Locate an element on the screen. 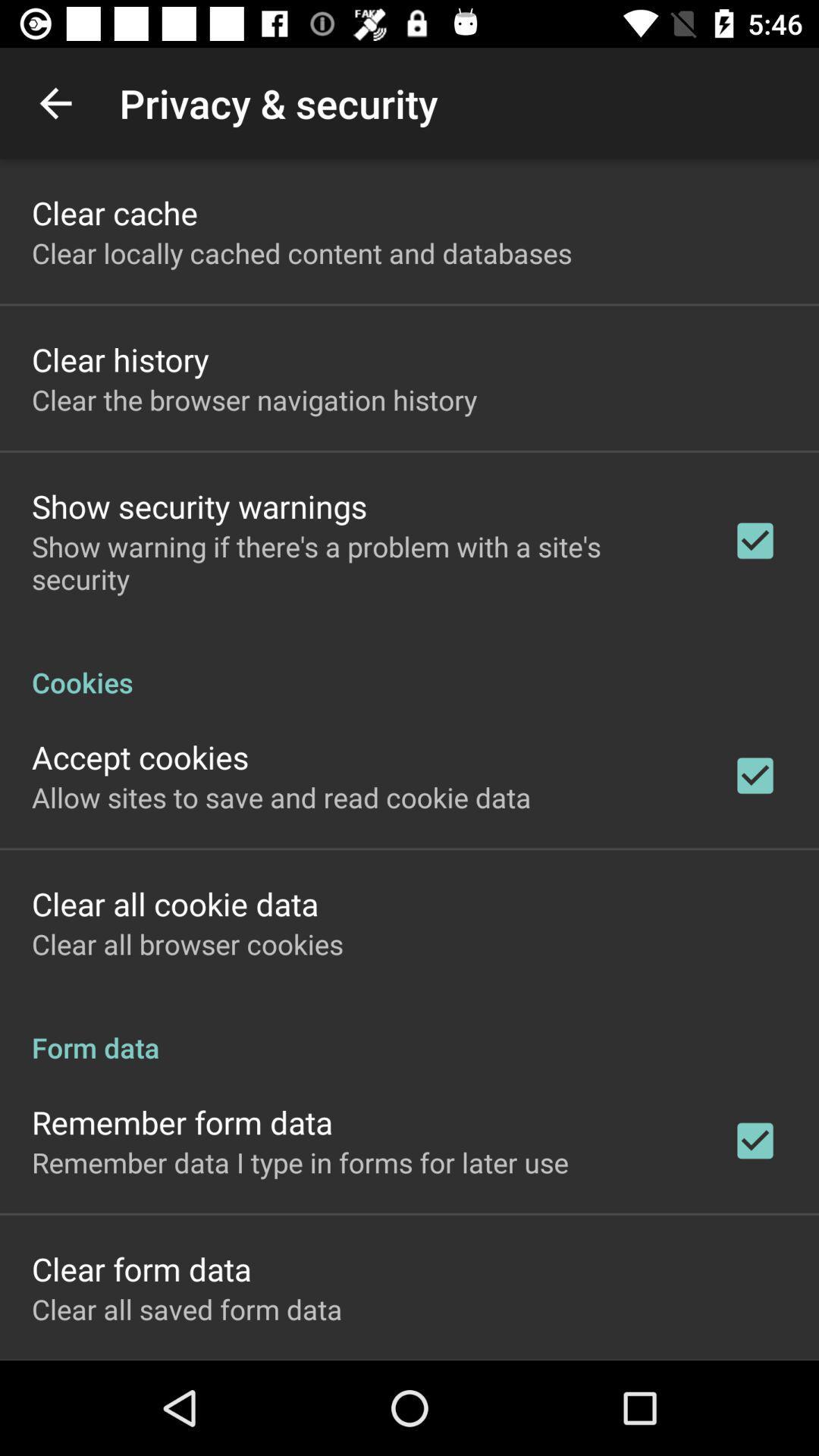 The image size is (819, 1456). the accept cookies is located at coordinates (140, 757).